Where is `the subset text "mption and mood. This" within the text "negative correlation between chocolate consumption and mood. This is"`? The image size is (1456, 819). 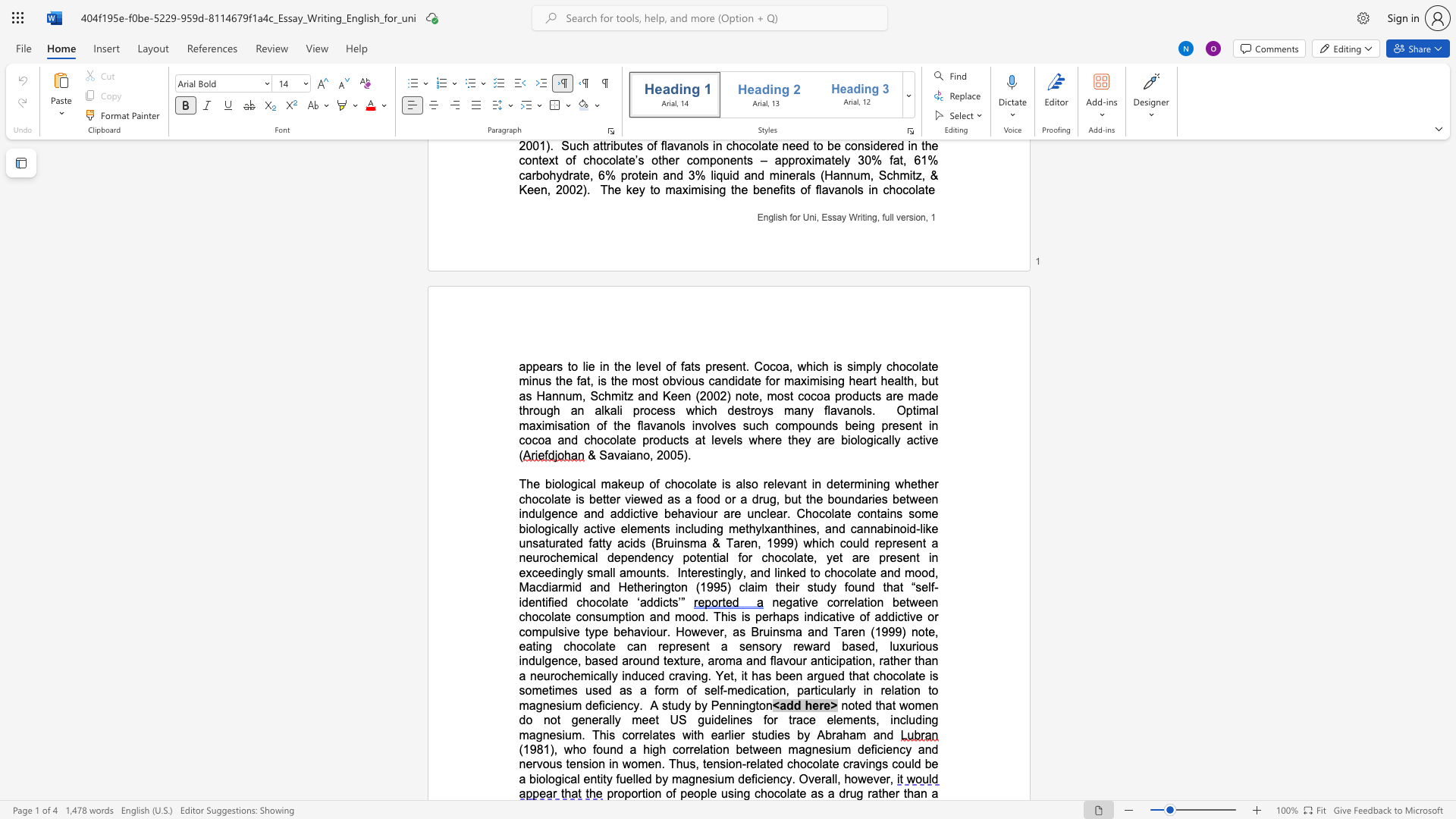 the subset text "mption and mood. This" within the text "negative correlation between chocolate consumption and mood. This is" is located at coordinates (608, 617).